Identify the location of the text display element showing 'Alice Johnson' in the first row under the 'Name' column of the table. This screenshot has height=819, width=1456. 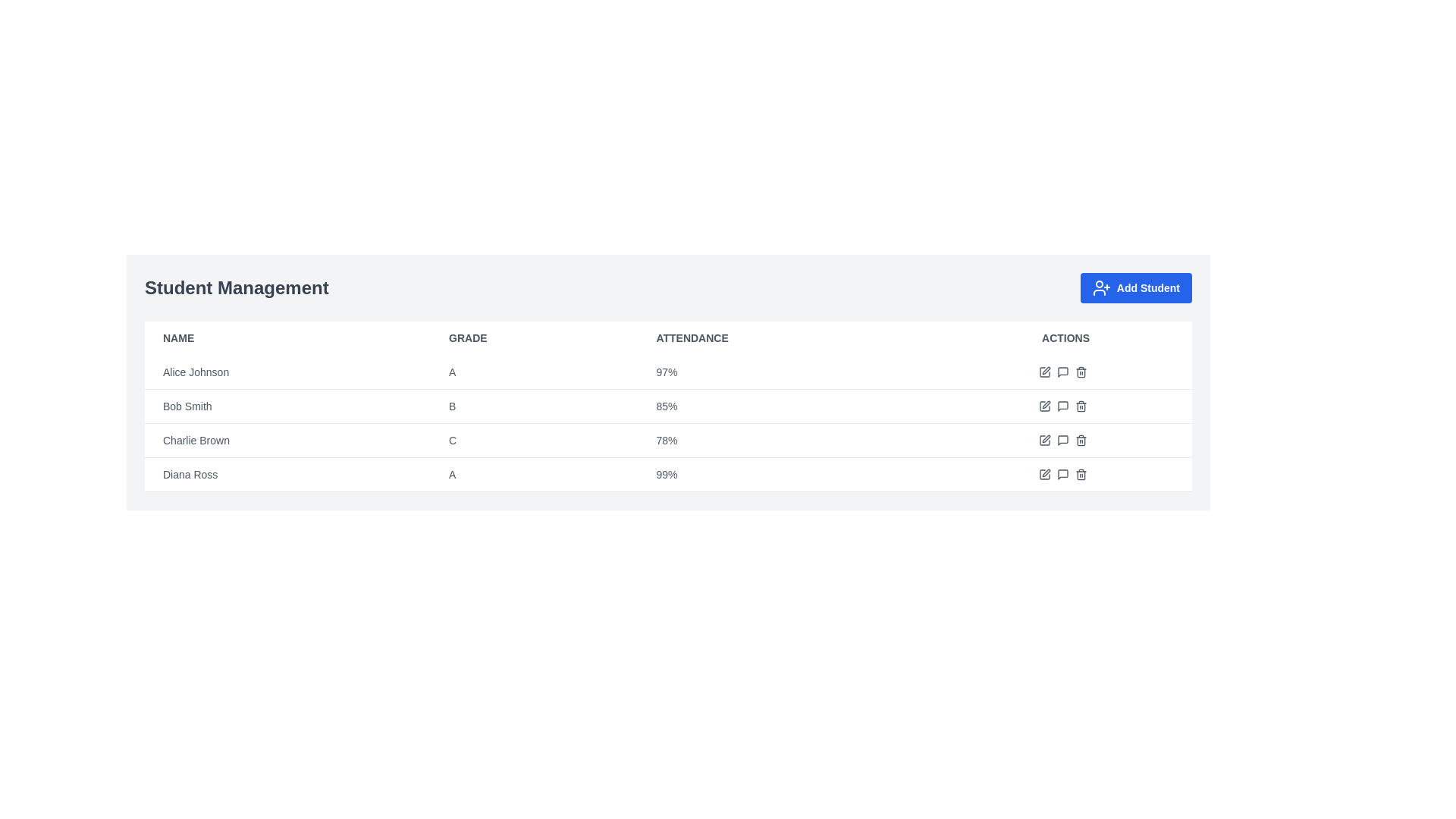
(195, 372).